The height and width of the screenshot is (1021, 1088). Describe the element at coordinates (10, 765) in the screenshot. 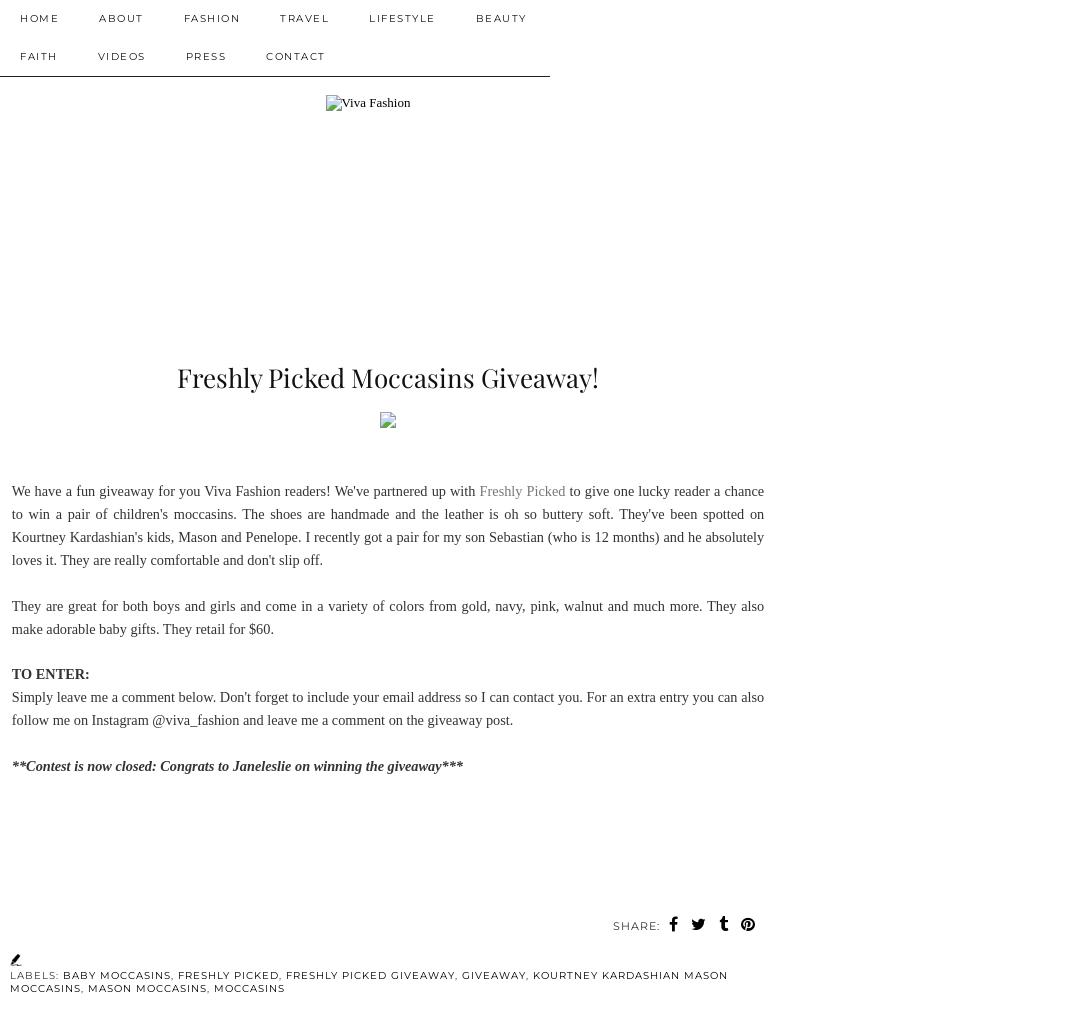

I see `'**Contest is now closed: Congrats to Janeleslie on winning the giveaway***'` at that location.